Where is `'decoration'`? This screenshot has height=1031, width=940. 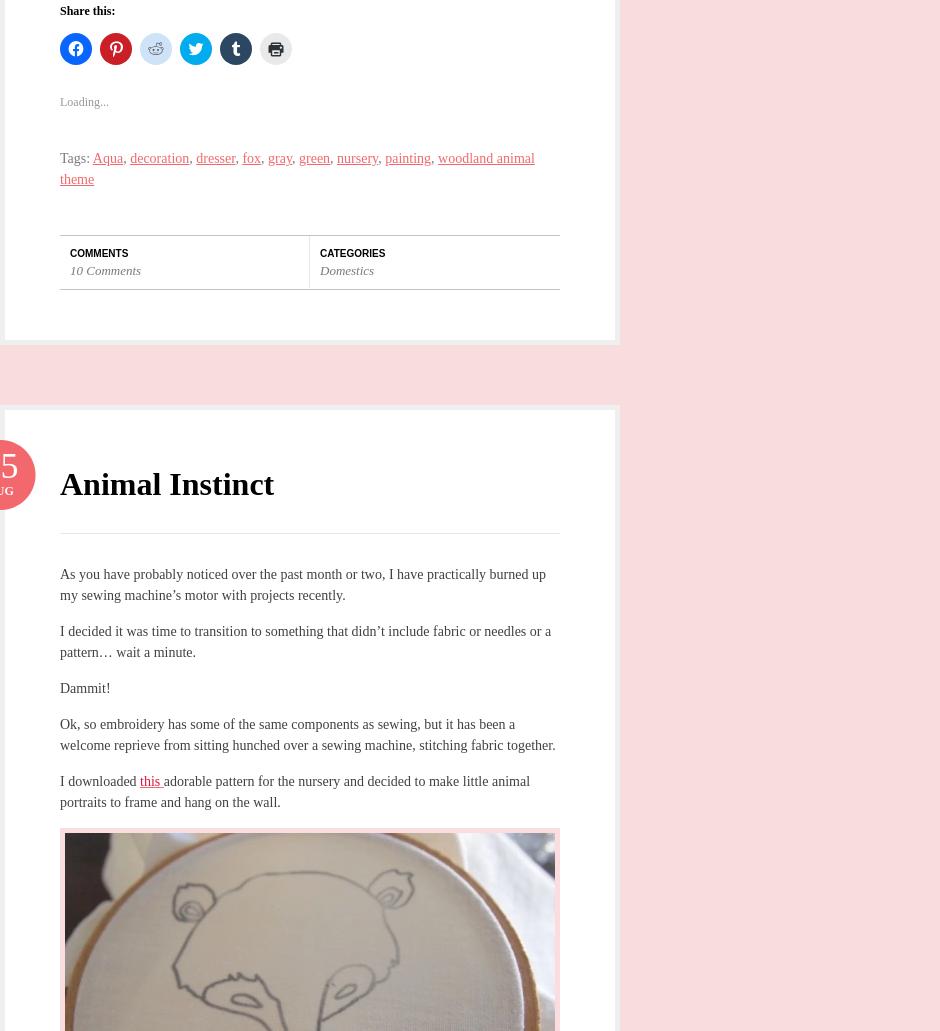 'decoration' is located at coordinates (159, 157).